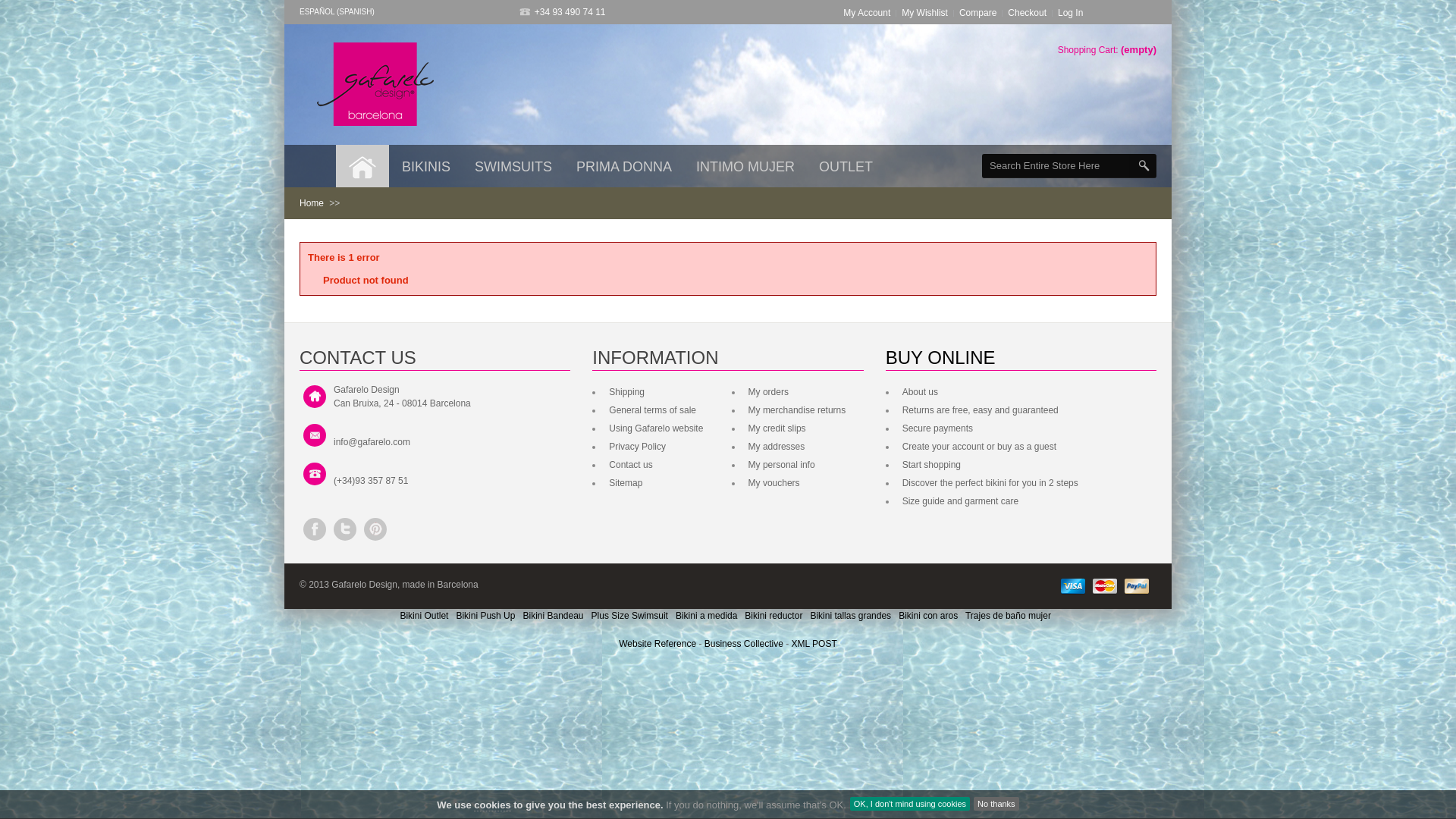 The width and height of the screenshot is (1456, 819). I want to click on 'Contact us', so click(629, 464).